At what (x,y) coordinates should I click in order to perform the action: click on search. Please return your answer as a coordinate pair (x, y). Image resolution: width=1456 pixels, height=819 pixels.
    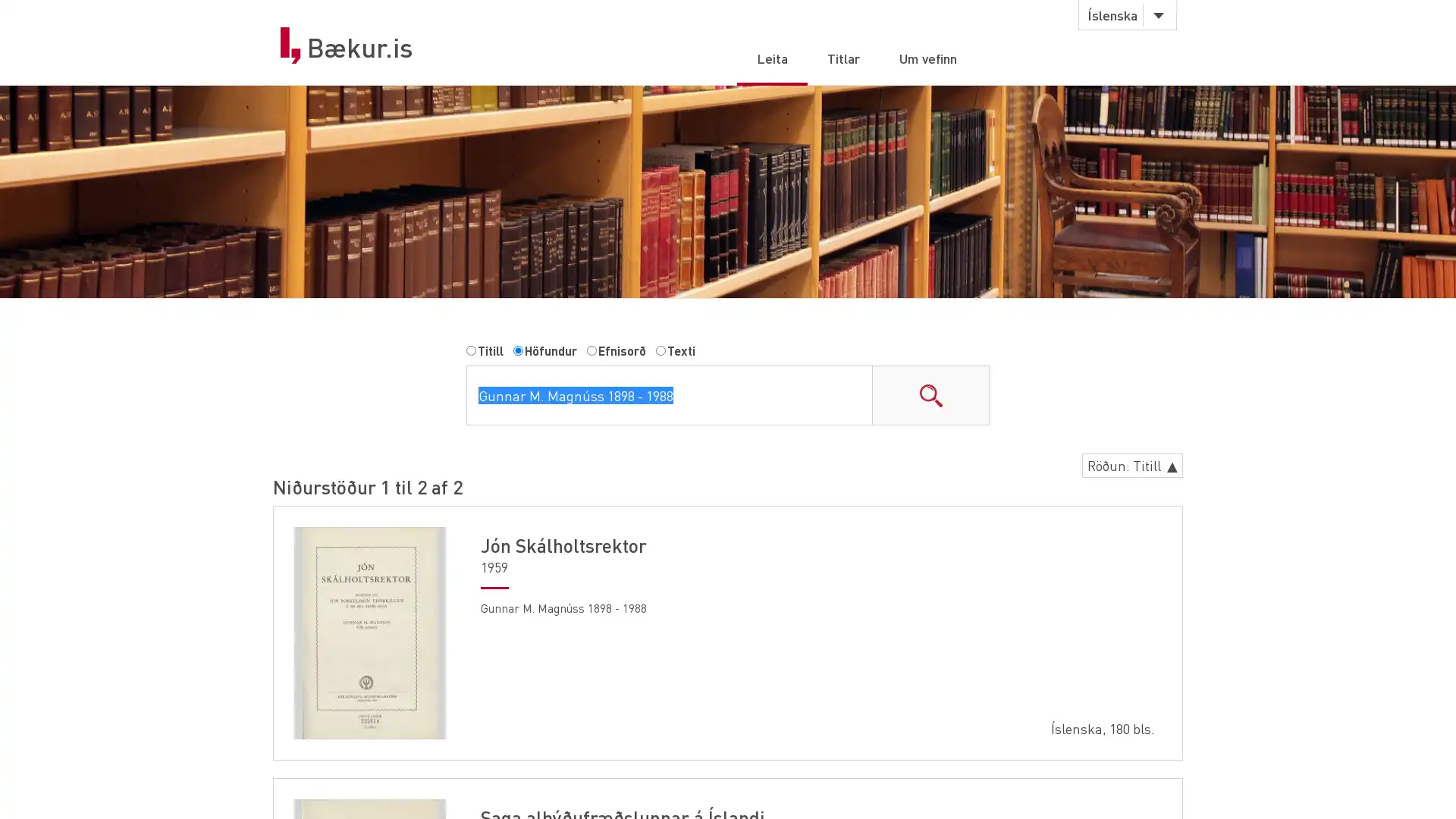
    Looking at the image, I should click on (930, 394).